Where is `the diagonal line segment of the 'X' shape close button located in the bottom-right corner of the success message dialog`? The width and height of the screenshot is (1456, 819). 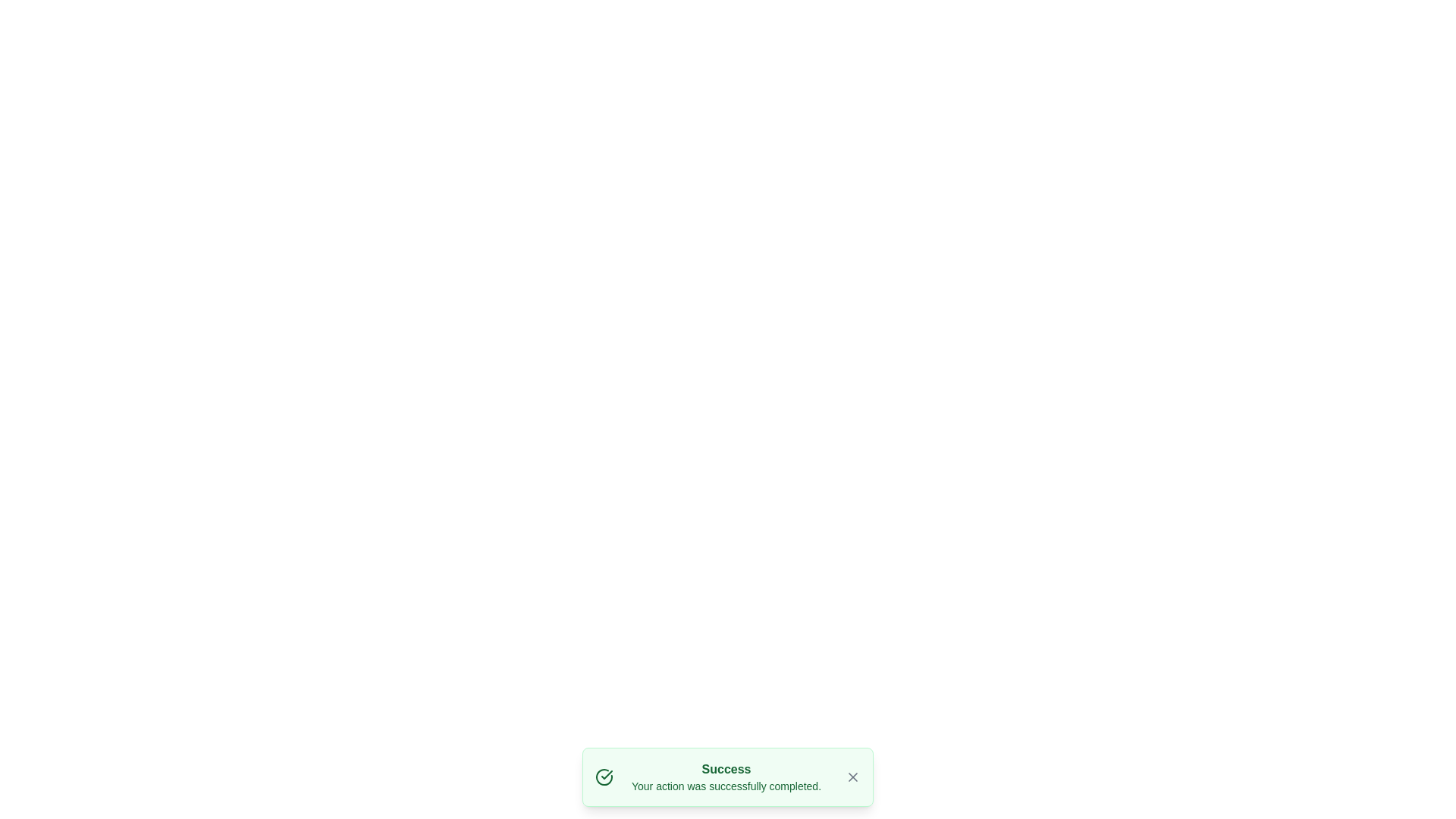
the diagonal line segment of the 'X' shape close button located in the bottom-right corner of the success message dialog is located at coordinates (852, 777).